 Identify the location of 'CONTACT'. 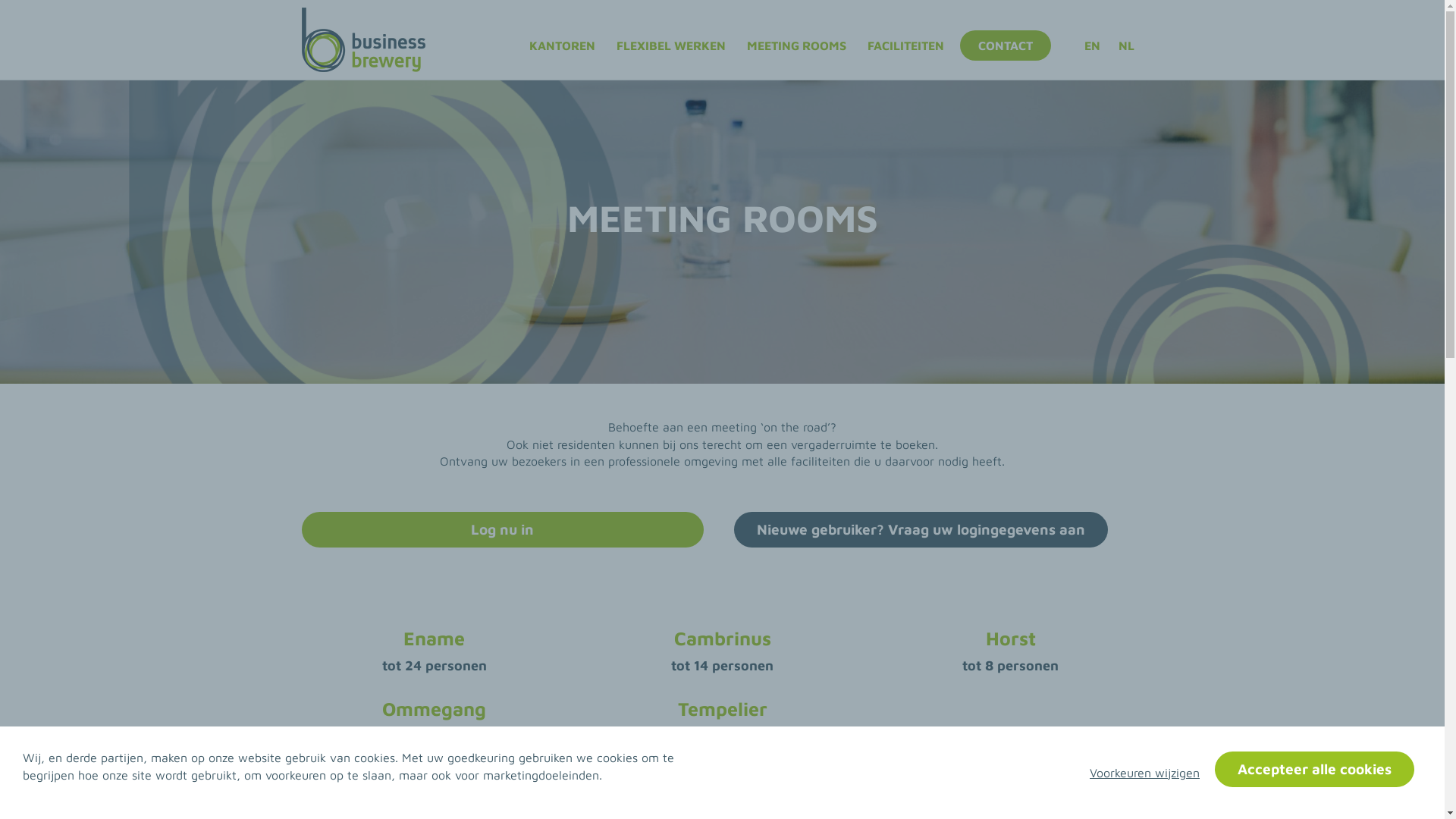
(959, 45).